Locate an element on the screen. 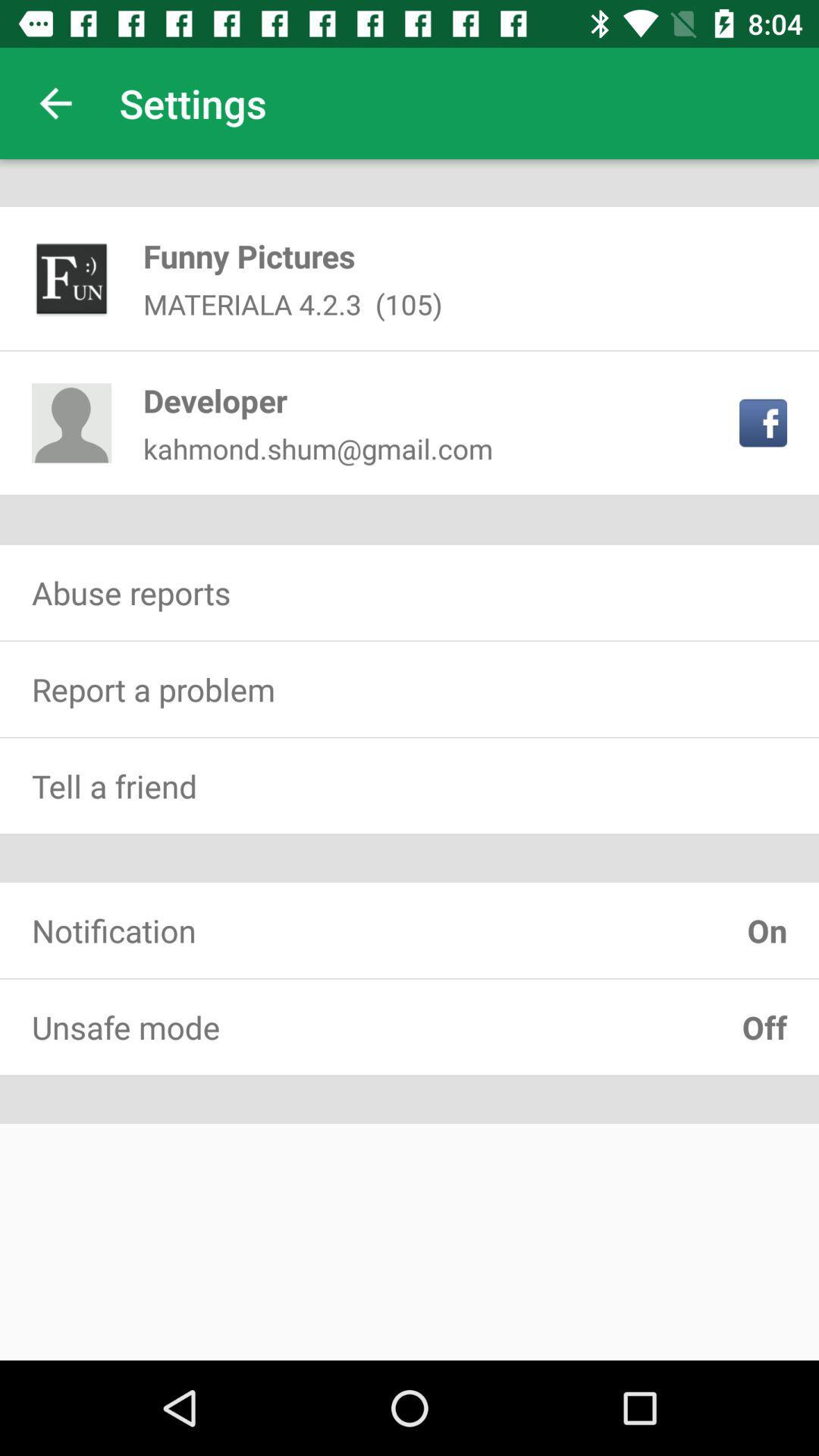  report a problem is located at coordinates (409, 688).